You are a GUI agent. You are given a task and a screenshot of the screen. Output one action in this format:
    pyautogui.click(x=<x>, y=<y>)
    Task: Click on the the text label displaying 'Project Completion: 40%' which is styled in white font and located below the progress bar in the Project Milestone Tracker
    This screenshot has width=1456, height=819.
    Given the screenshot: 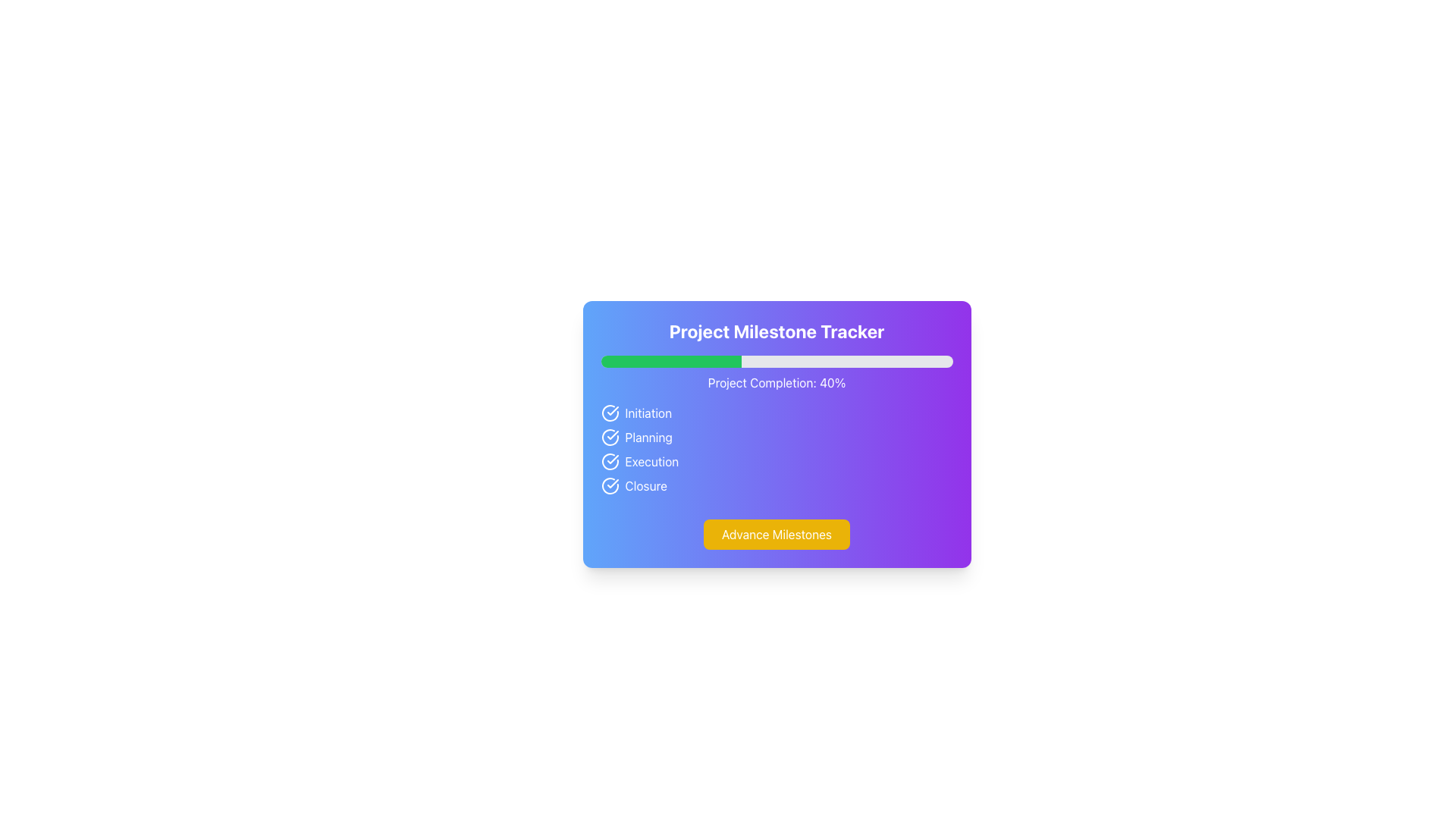 What is the action you would take?
    pyautogui.click(x=777, y=382)
    